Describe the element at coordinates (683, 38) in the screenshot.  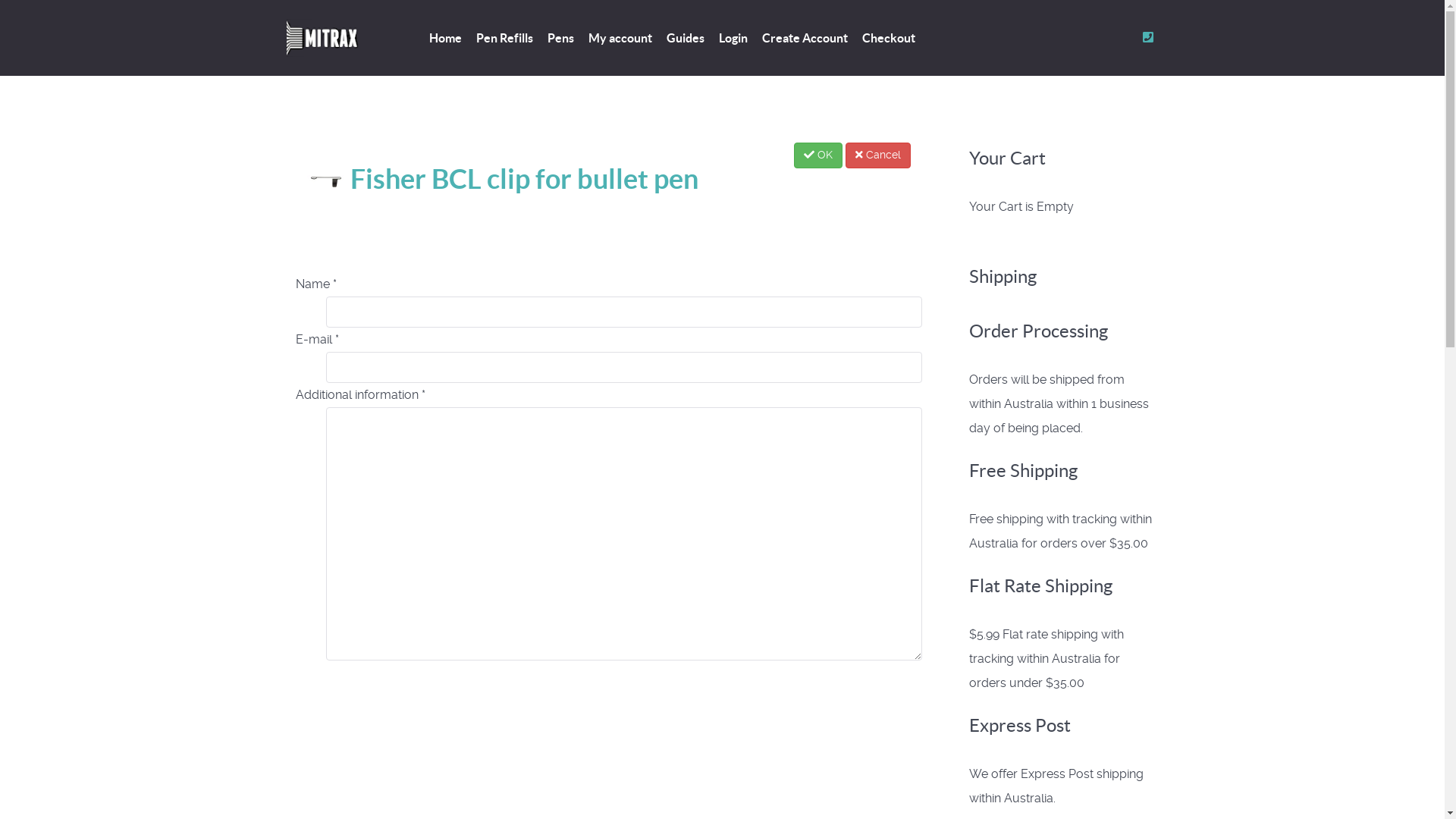
I see `'Guides'` at that location.